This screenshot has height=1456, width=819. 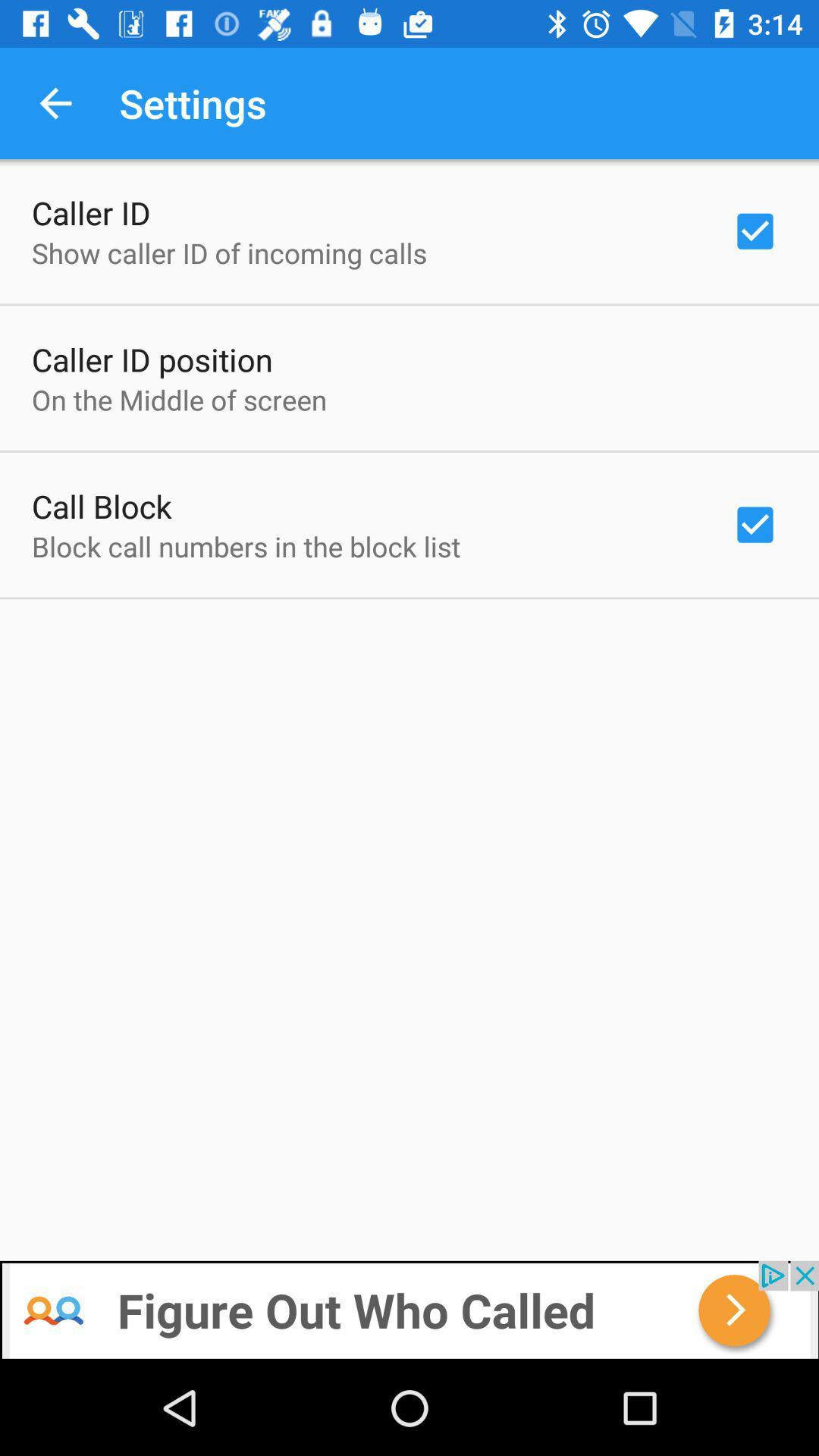 What do you see at coordinates (409, 1310) in the screenshot?
I see `the add` at bounding box center [409, 1310].